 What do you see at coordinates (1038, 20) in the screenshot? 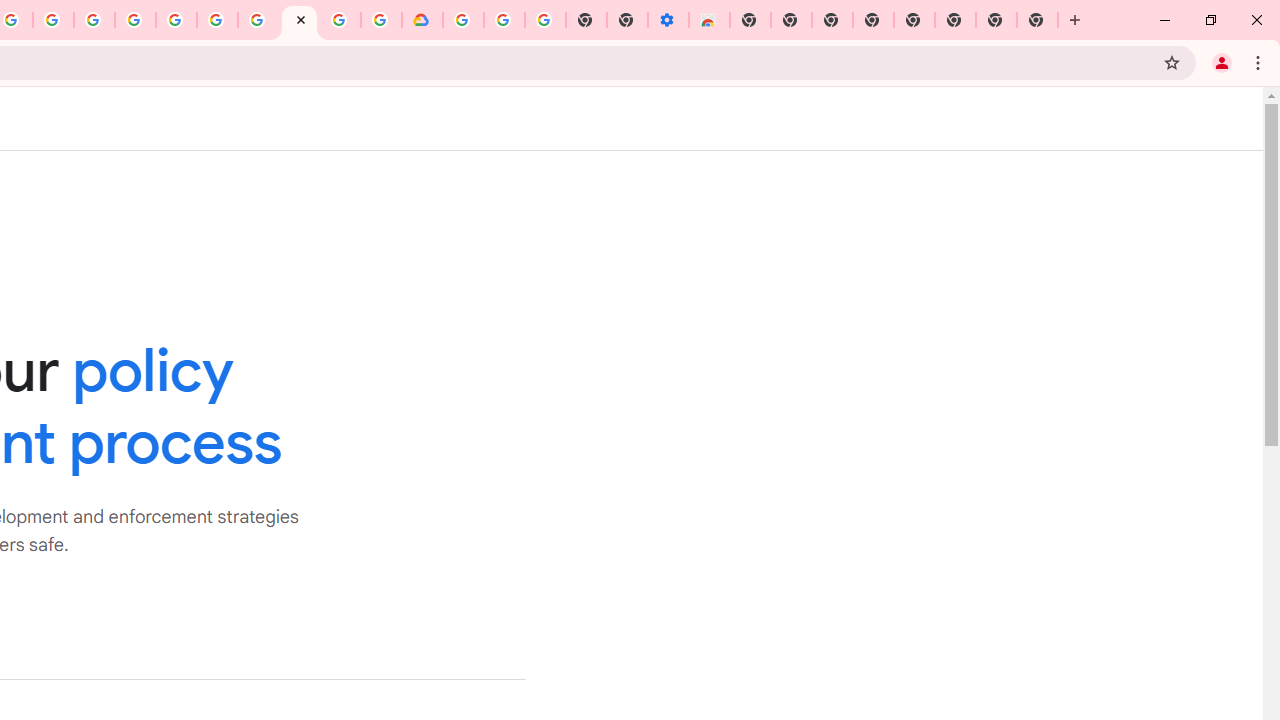
I see `'New Tab'` at bounding box center [1038, 20].